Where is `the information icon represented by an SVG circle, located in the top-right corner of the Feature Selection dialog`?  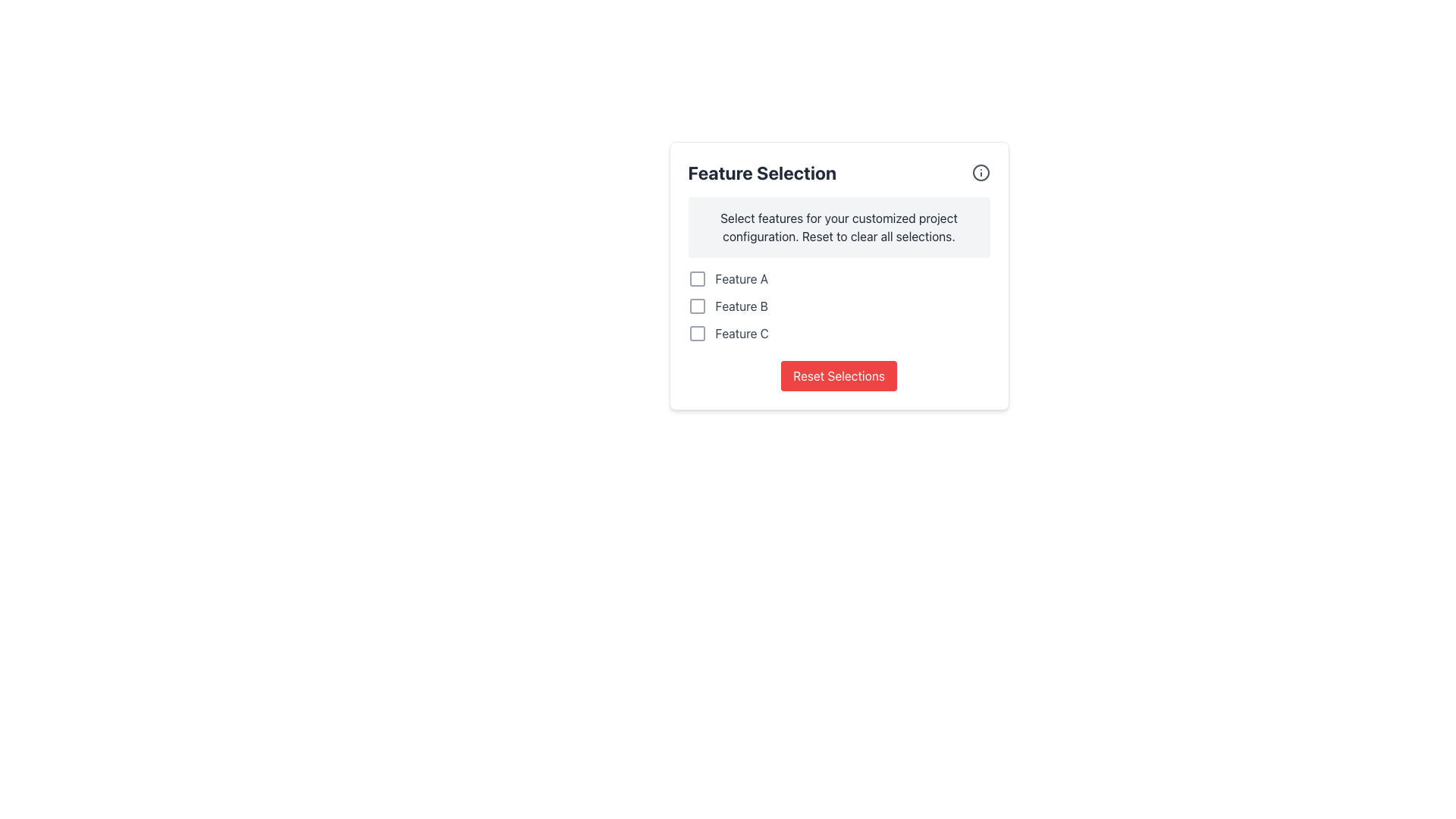
the information icon represented by an SVG circle, located in the top-right corner of the Feature Selection dialog is located at coordinates (981, 171).